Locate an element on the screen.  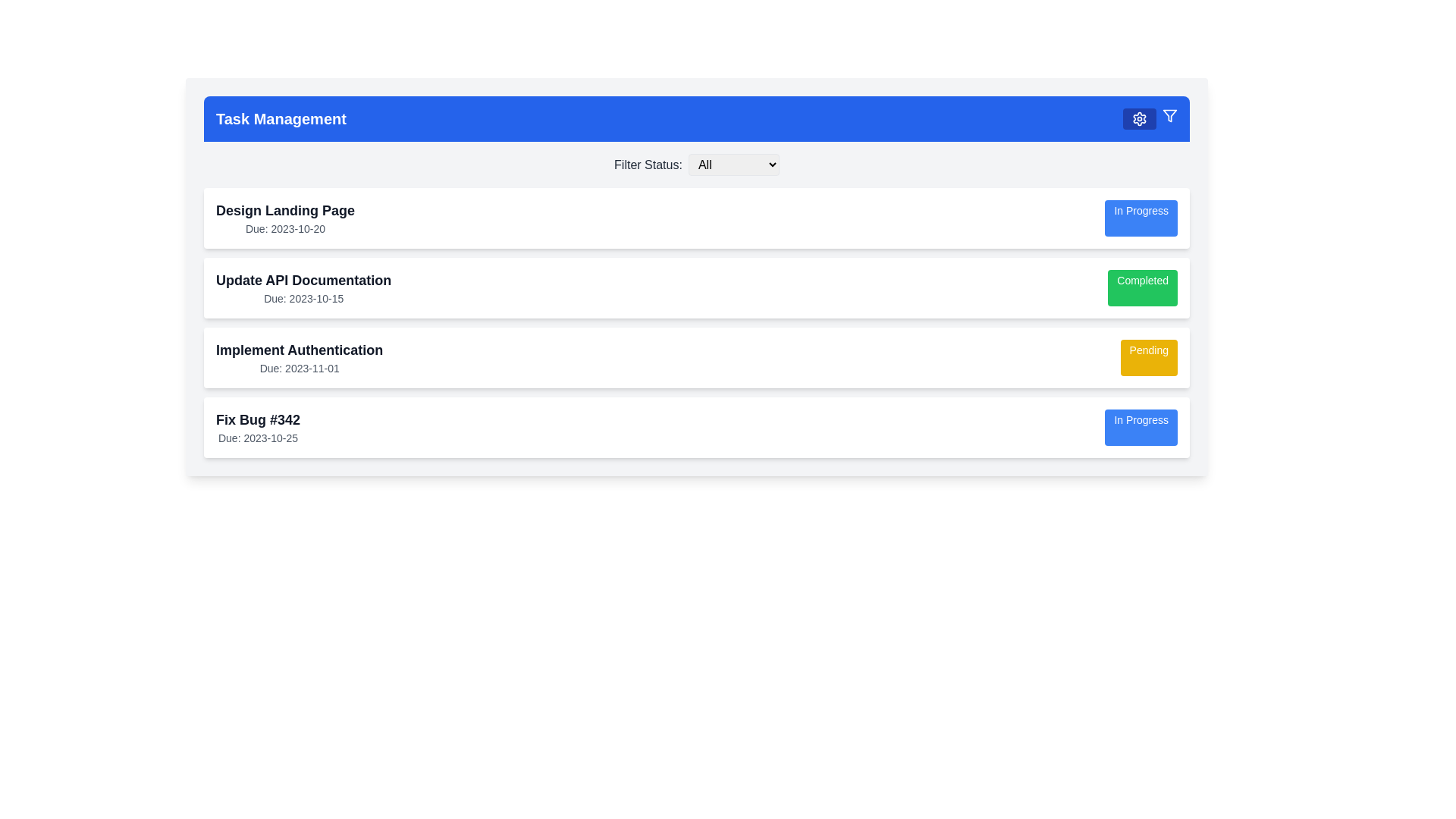
the 'Pending' status tag/label located at the far right side of the 'Implement Authentication' task card is located at coordinates (1149, 357).